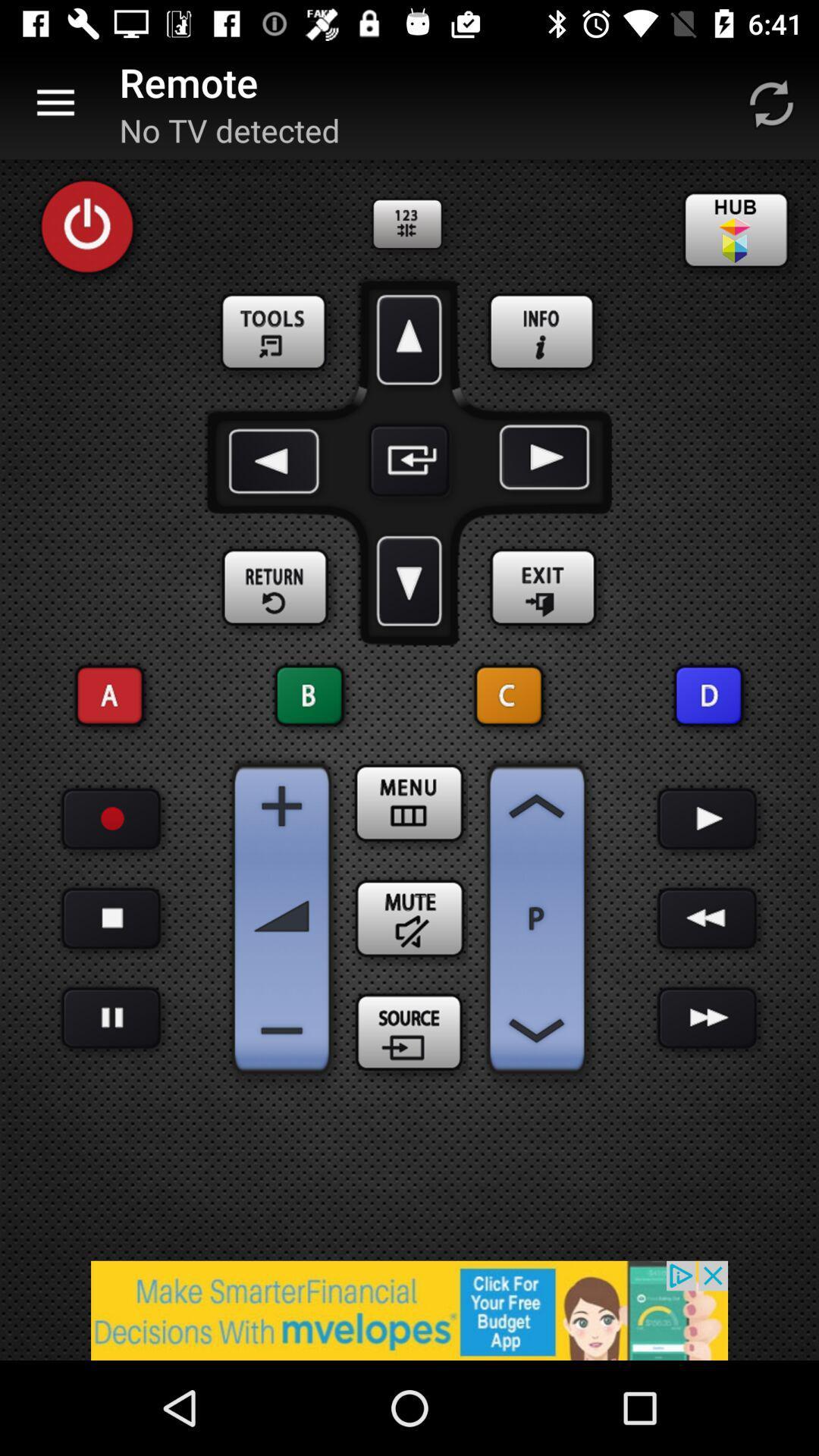 The height and width of the screenshot is (1456, 819). Describe the element at coordinates (409, 339) in the screenshot. I see `the arrow_upward icon` at that location.